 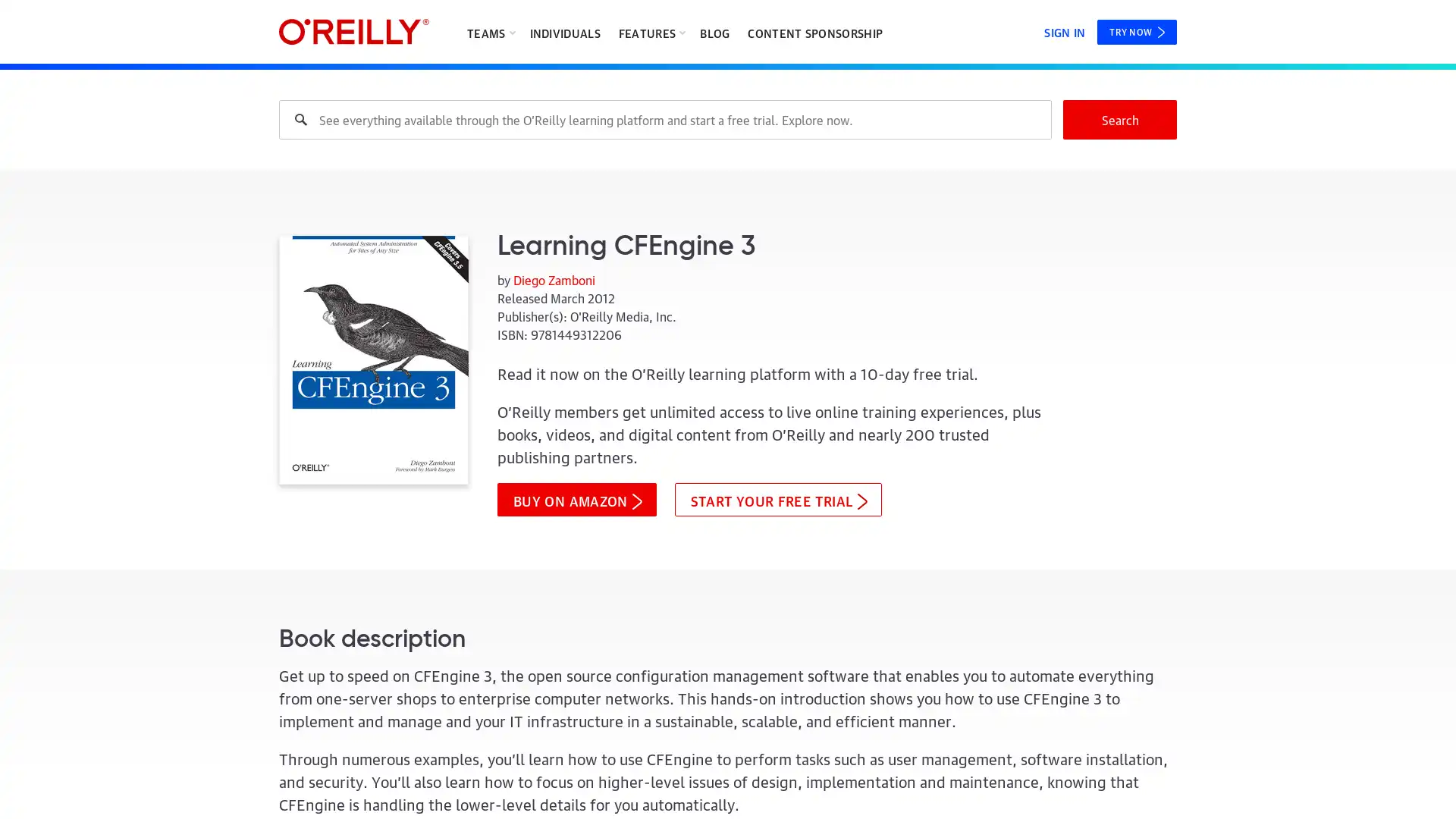 I want to click on Search, so click(x=1120, y=119).